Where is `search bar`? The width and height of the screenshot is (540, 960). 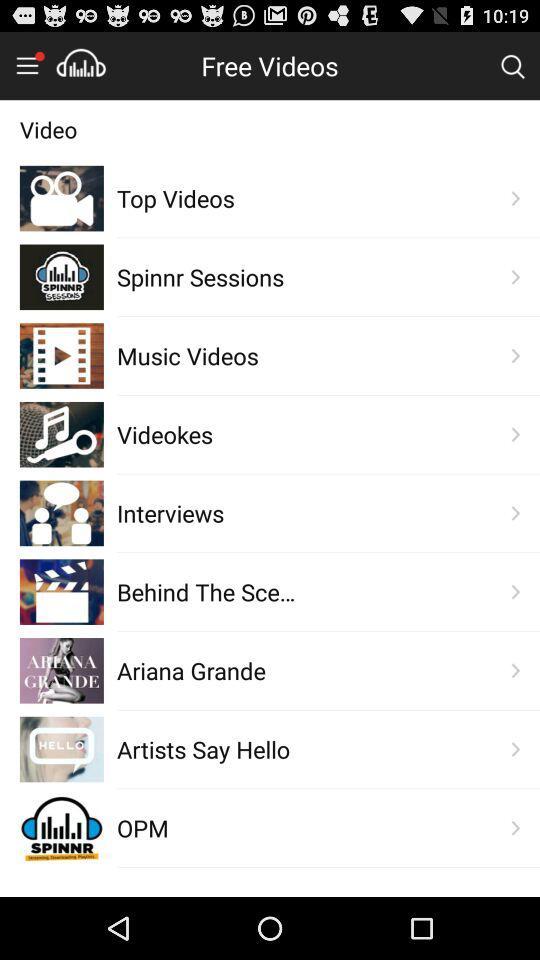 search bar is located at coordinates (512, 65).